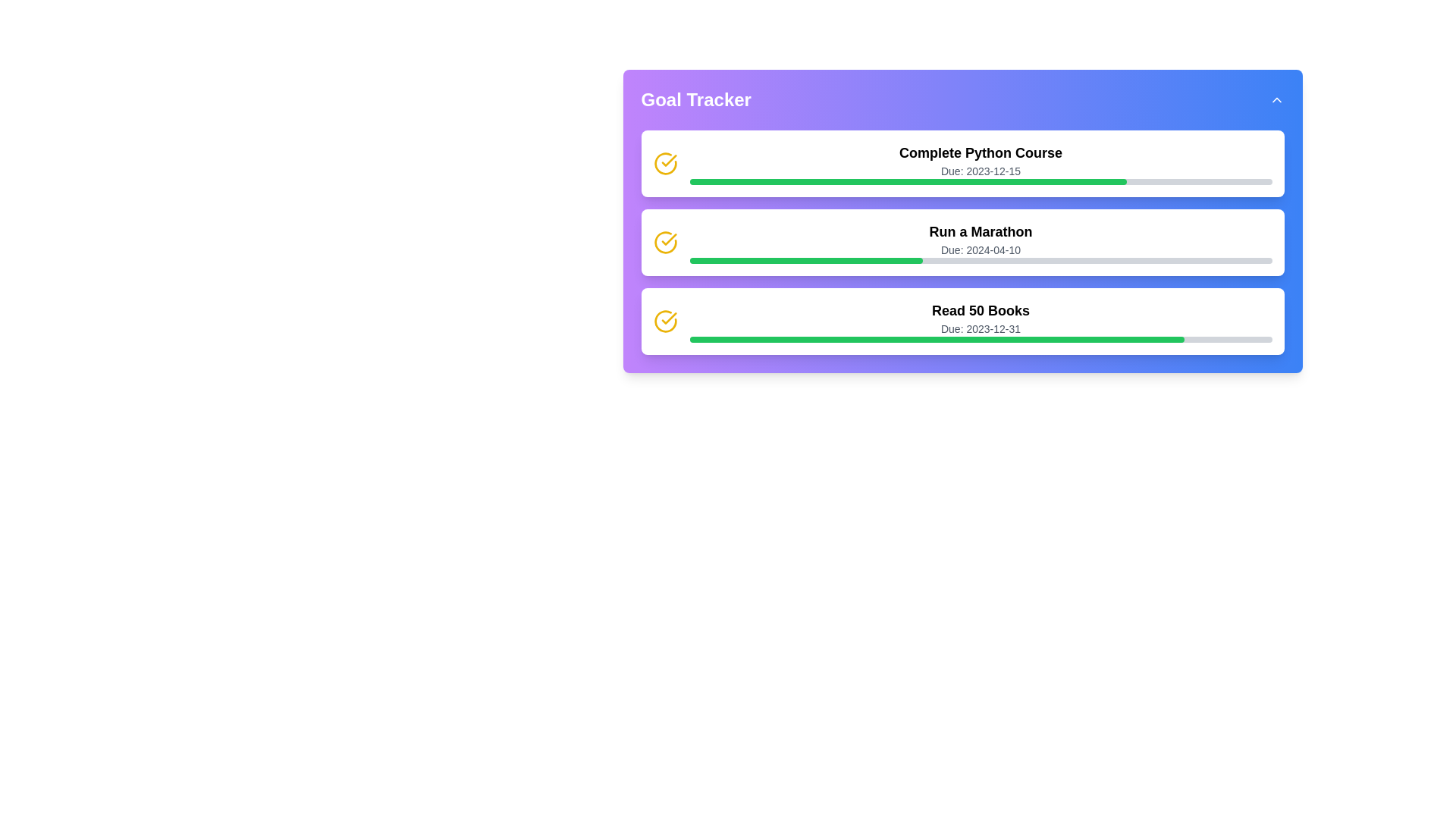 The image size is (1456, 819). What do you see at coordinates (908, 180) in the screenshot?
I see `the Progress indicator located in the first horizontal progress bar below the 'Complete Python Course' label, which represents 75% completion` at bounding box center [908, 180].